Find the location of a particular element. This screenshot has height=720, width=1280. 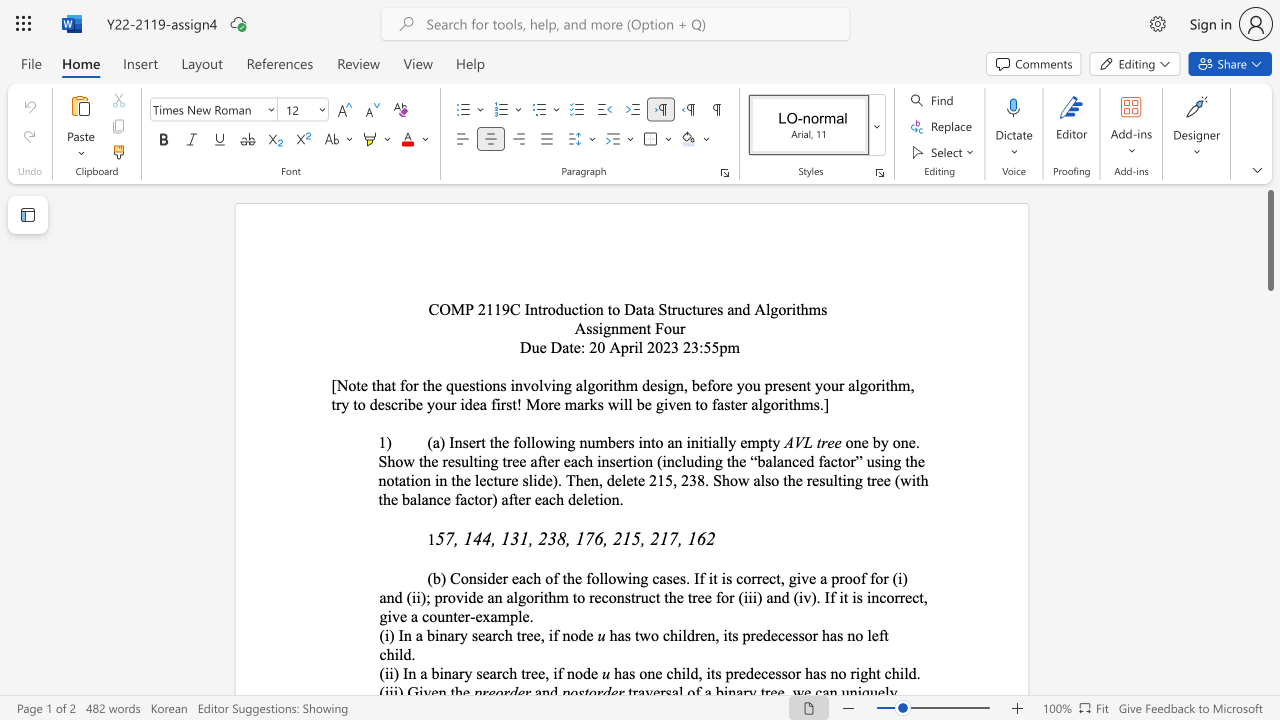

the scrollbar to scroll the page down is located at coordinates (1269, 370).